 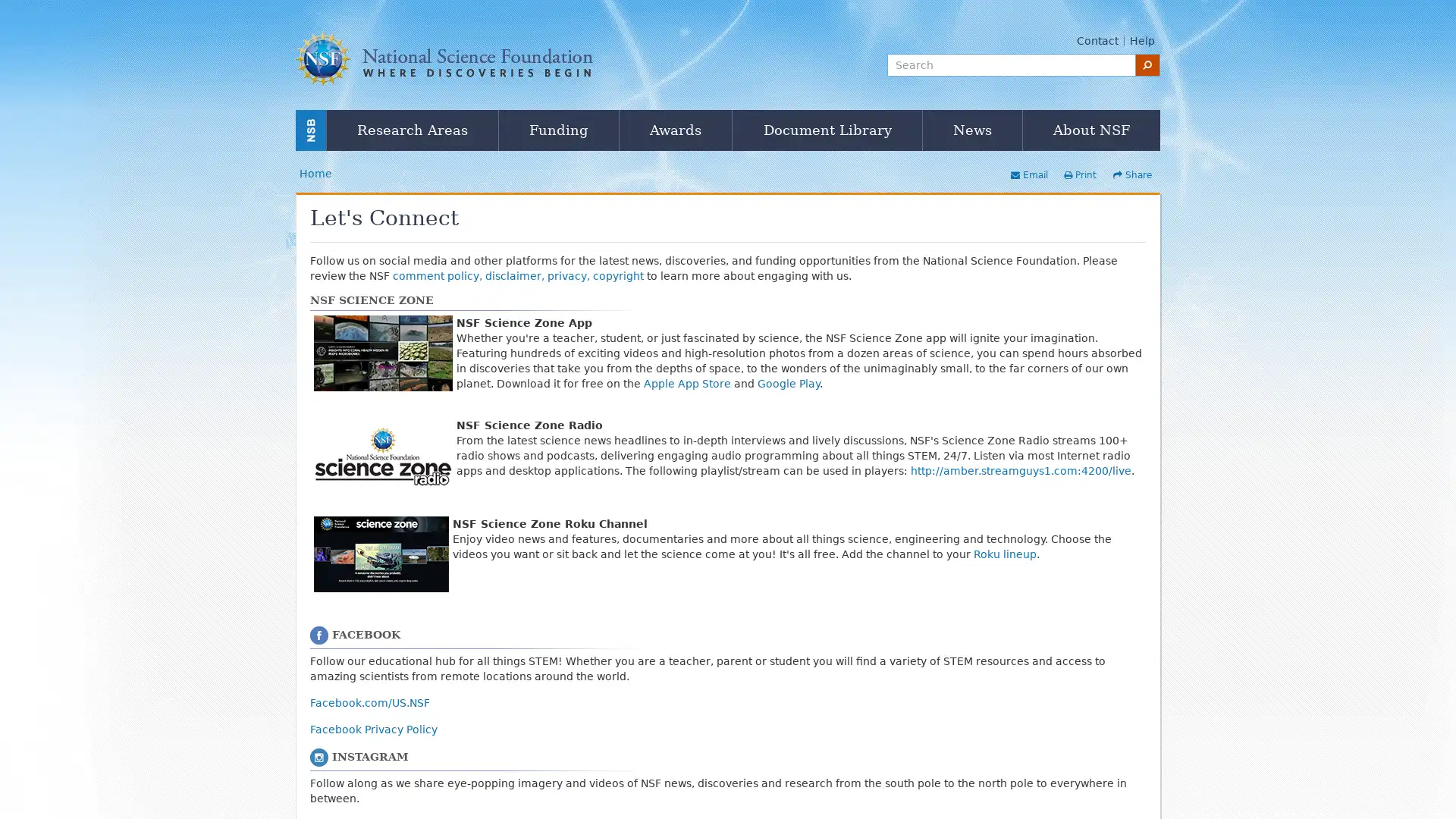 What do you see at coordinates (1147, 64) in the screenshot?
I see `search` at bounding box center [1147, 64].